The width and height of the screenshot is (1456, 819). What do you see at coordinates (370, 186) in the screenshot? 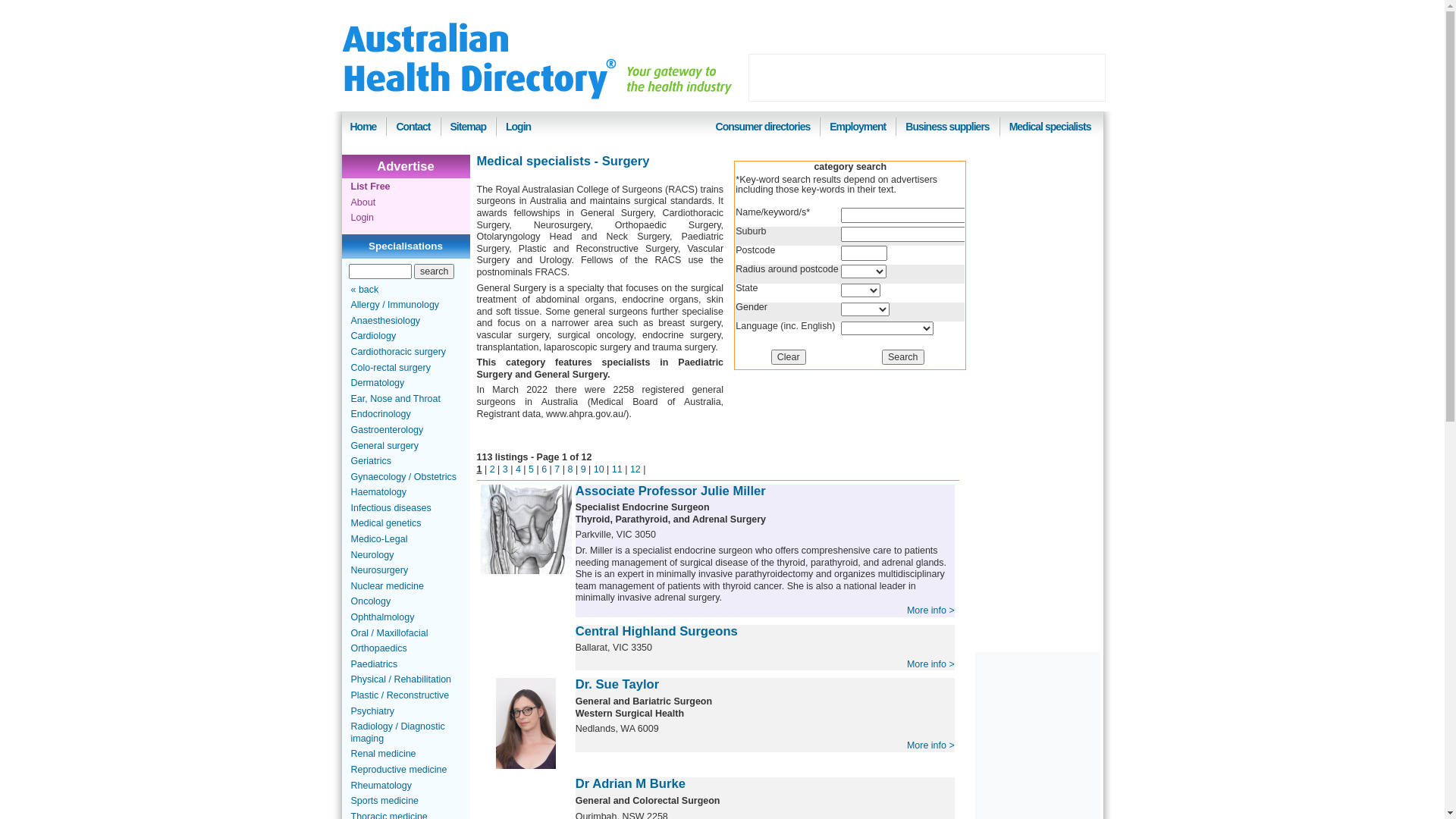
I see `'List Free'` at bounding box center [370, 186].